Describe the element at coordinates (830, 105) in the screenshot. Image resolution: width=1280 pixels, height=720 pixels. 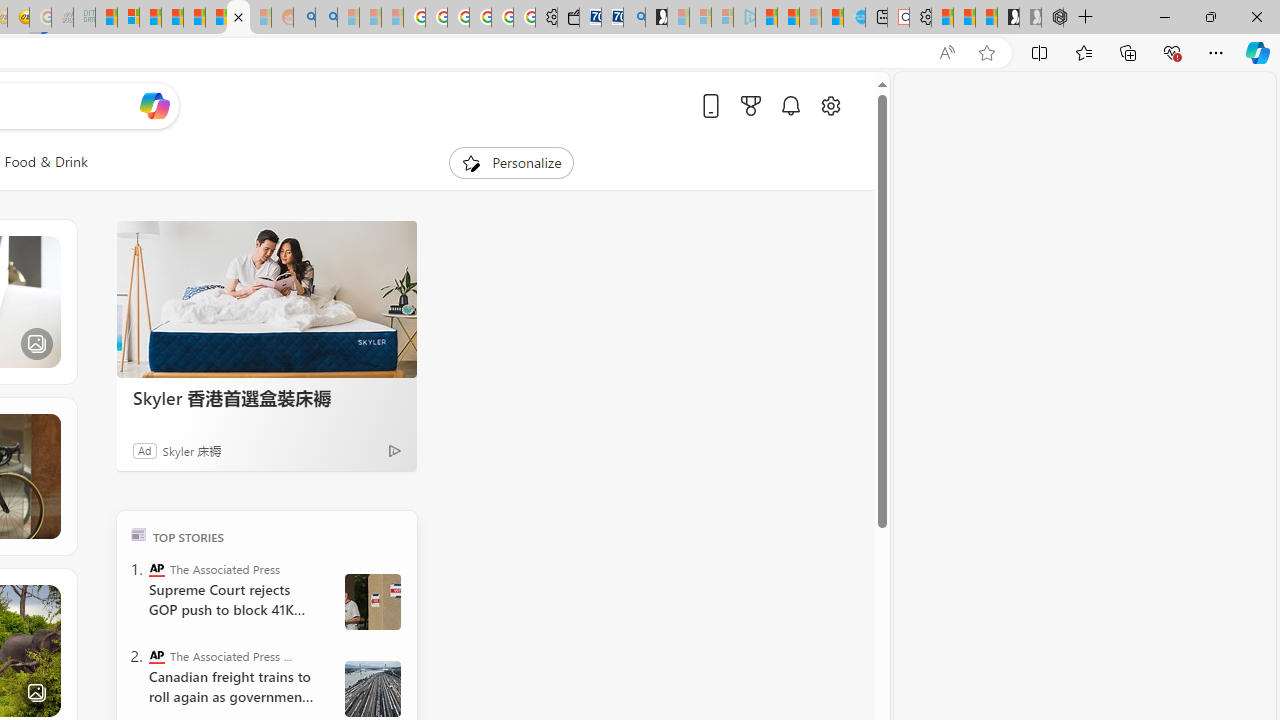
I see `'Open settings'` at that location.